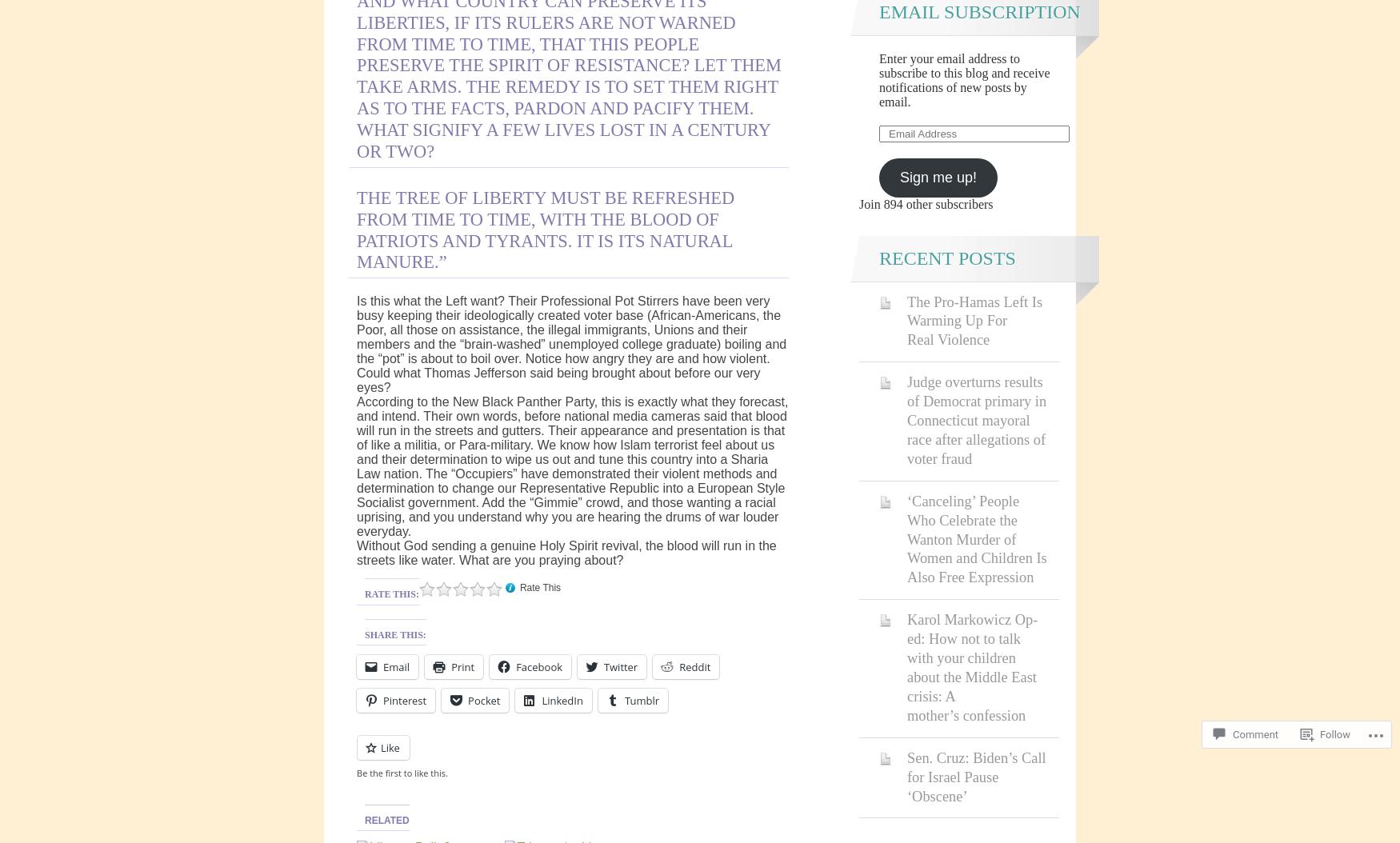 This screenshot has height=843, width=1400. Describe the element at coordinates (694, 666) in the screenshot. I see `'Reddit'` at that location.